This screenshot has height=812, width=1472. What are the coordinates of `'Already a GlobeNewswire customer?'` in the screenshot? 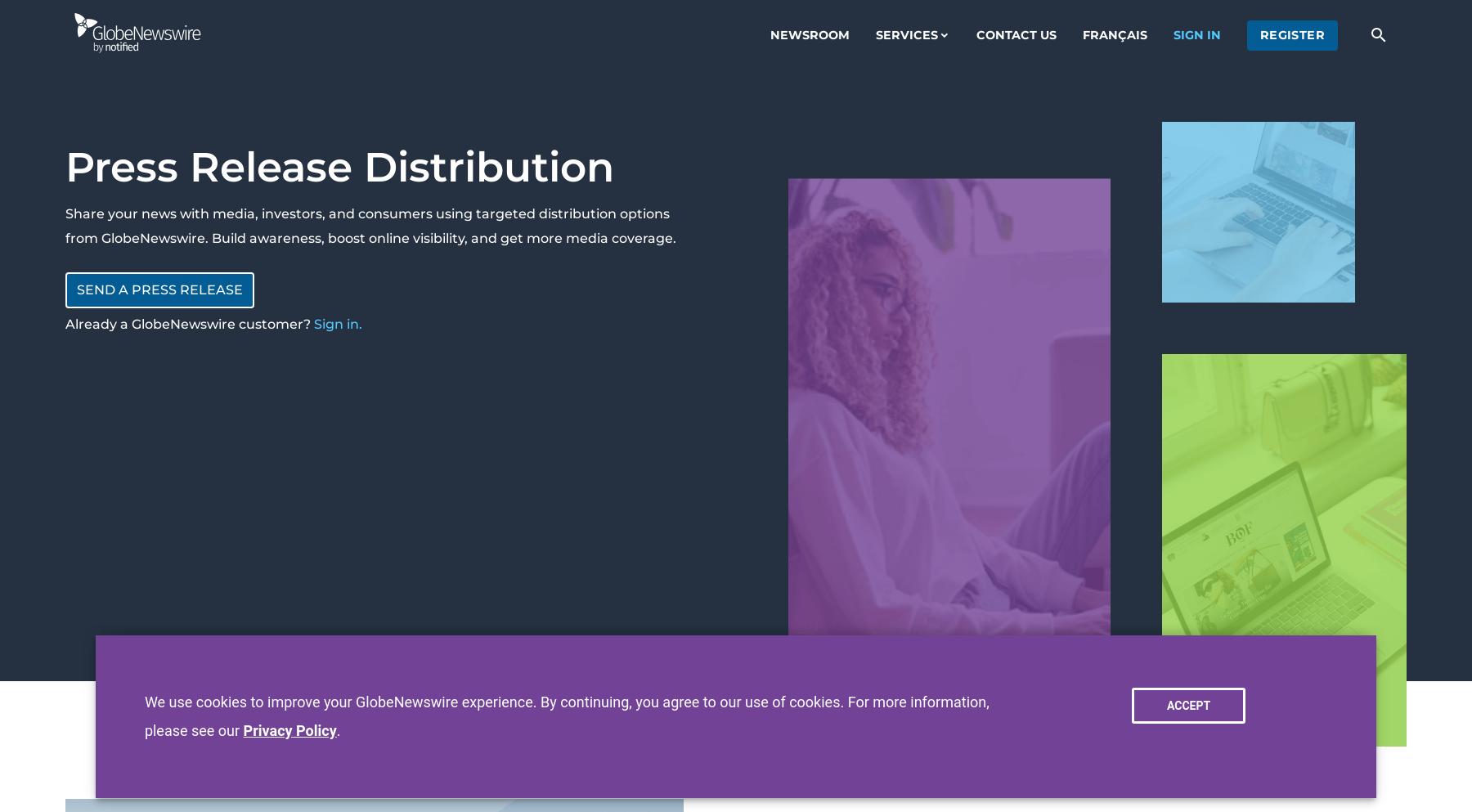 It's located at (189, 323).